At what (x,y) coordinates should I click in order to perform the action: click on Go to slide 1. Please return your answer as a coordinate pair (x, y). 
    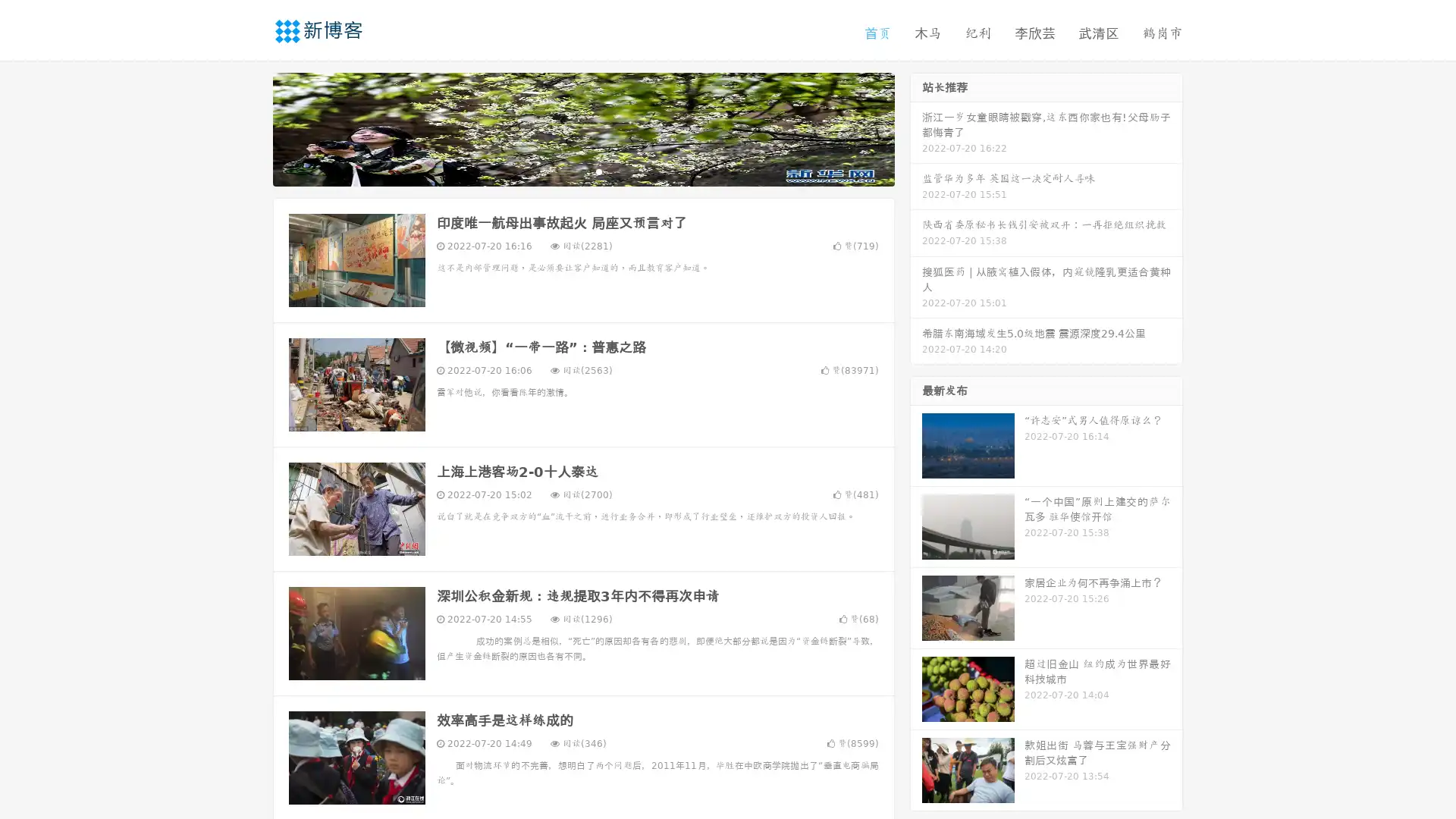
    Looking at the image, I should click on (567, 171).